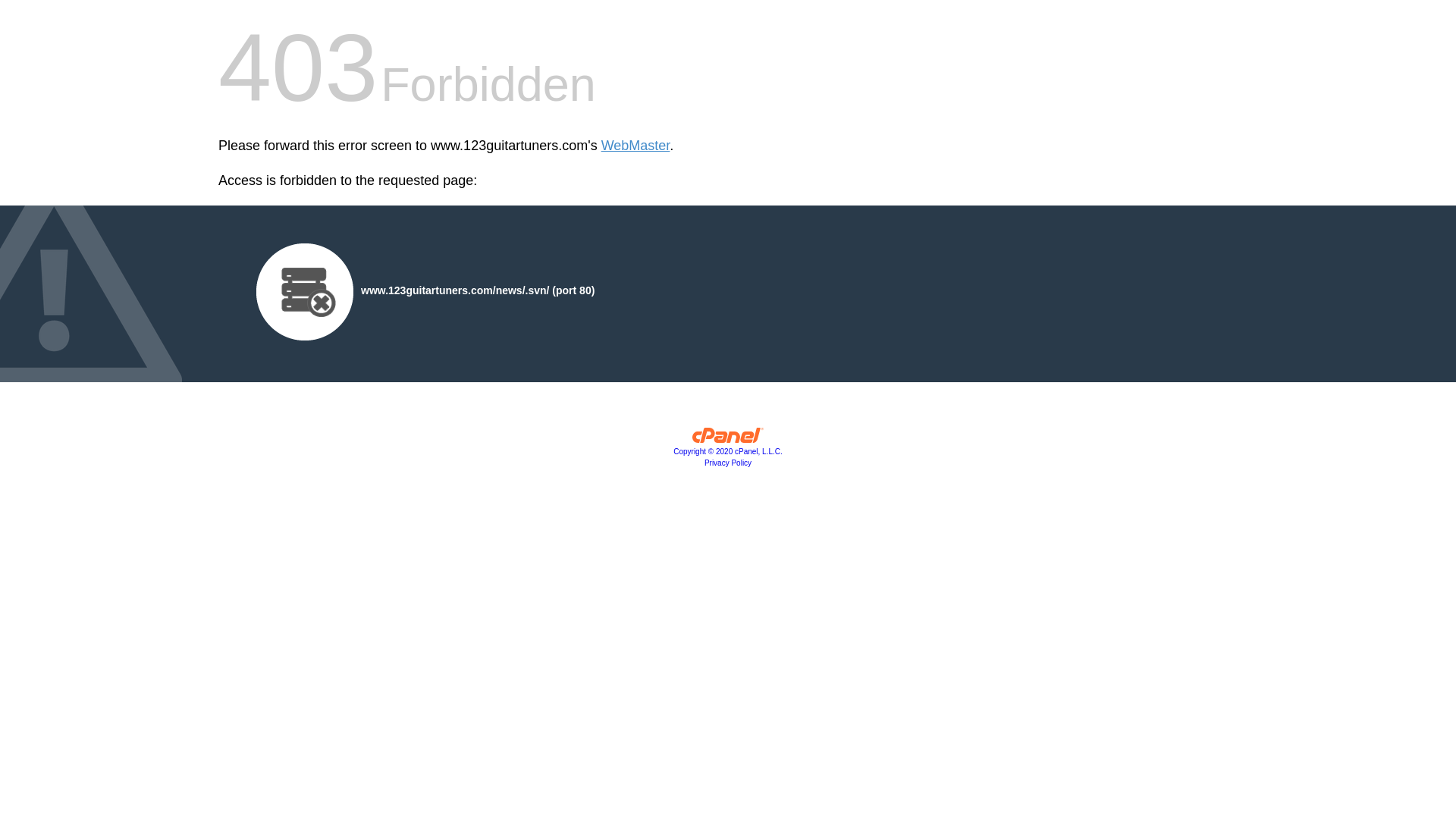 Image resolution: width=1456 pixels, height=819 pixels. What do you see at coordinates (728, 462) in the screenshot?
I see `'Privacy Policy'` at bounding box center [728, 462].